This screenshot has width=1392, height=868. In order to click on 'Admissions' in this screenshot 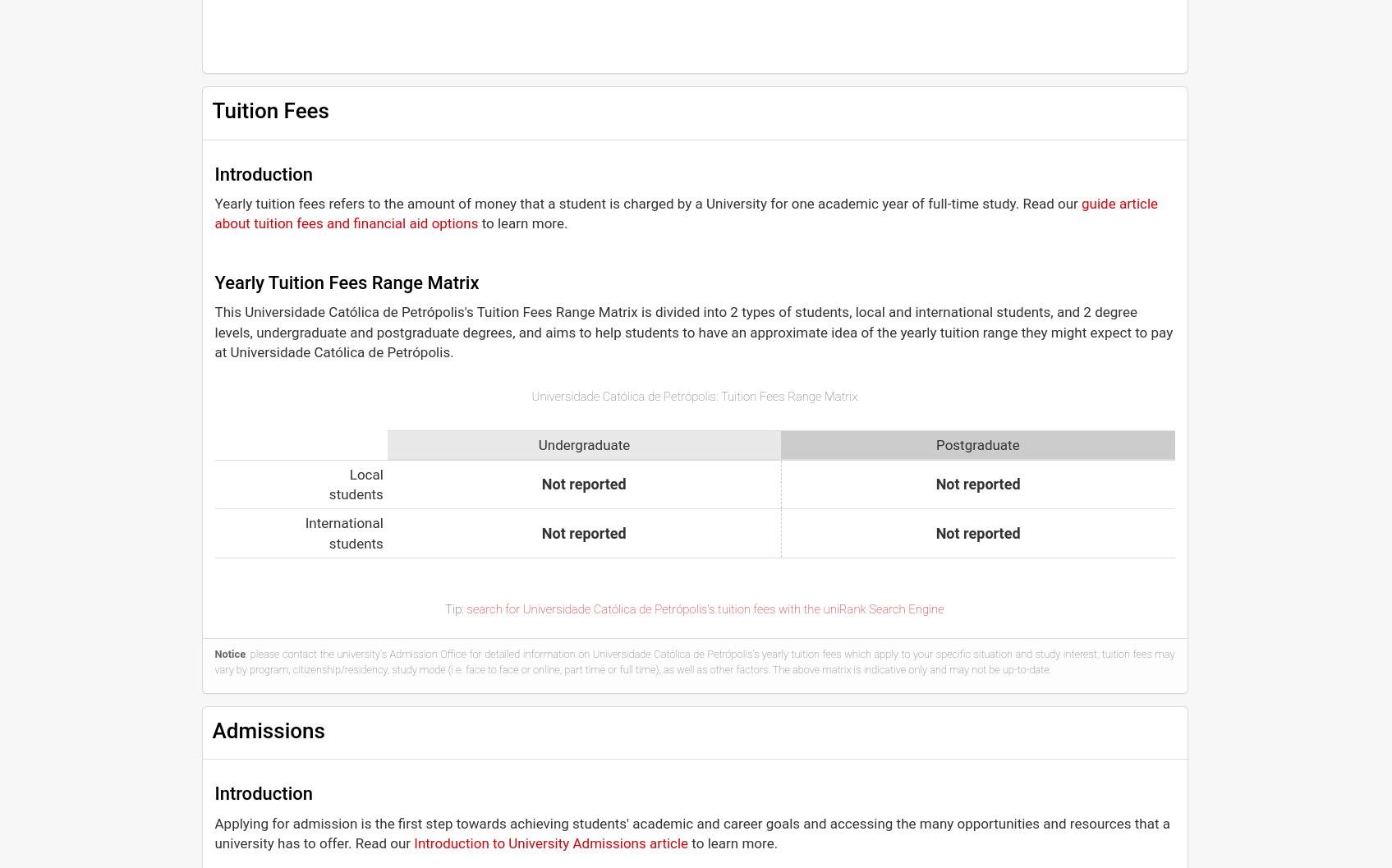, I will do `click(268, 729)`.